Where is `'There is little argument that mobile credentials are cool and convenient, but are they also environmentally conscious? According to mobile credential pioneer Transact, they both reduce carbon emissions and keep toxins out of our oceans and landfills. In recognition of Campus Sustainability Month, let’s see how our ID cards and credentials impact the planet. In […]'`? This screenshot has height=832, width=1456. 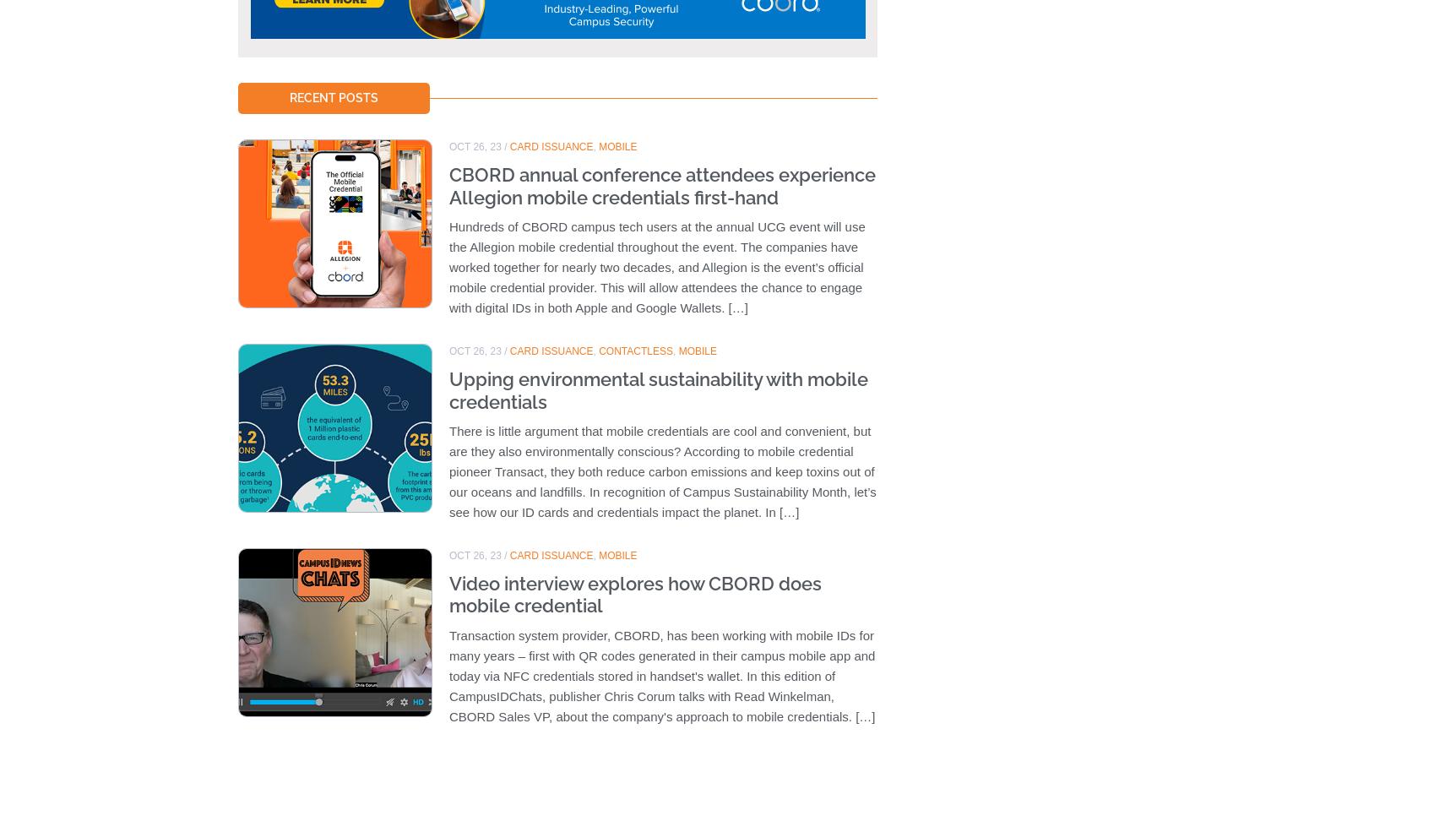 'There is little argument that mobile credentials are cool and convenient, but are they also environmentally conscious? According to mobile credential pioneer Transact, they both reduce carbon emissions and keep toxins out of our oceans and landfills. In recognition of Campus Sustainability Month, let’s see how our ID cards and credentials impact the planet. In […]' is located at coordinates (662, 470).